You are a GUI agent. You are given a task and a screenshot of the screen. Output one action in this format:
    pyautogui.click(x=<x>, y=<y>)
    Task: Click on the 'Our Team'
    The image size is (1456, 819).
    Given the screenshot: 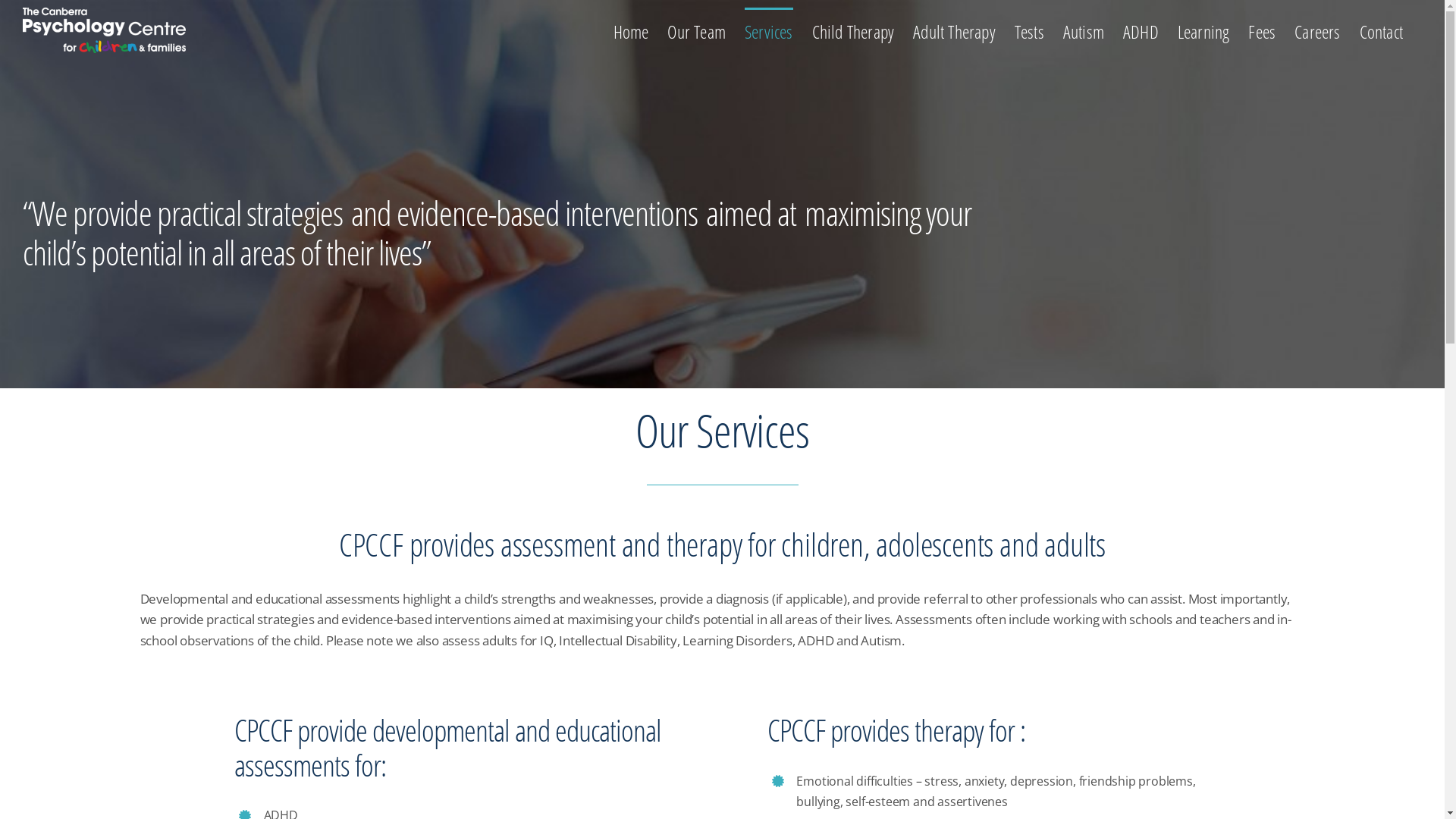 What is the action you would take?
    pyautogui.click(x=667, y=30)
    